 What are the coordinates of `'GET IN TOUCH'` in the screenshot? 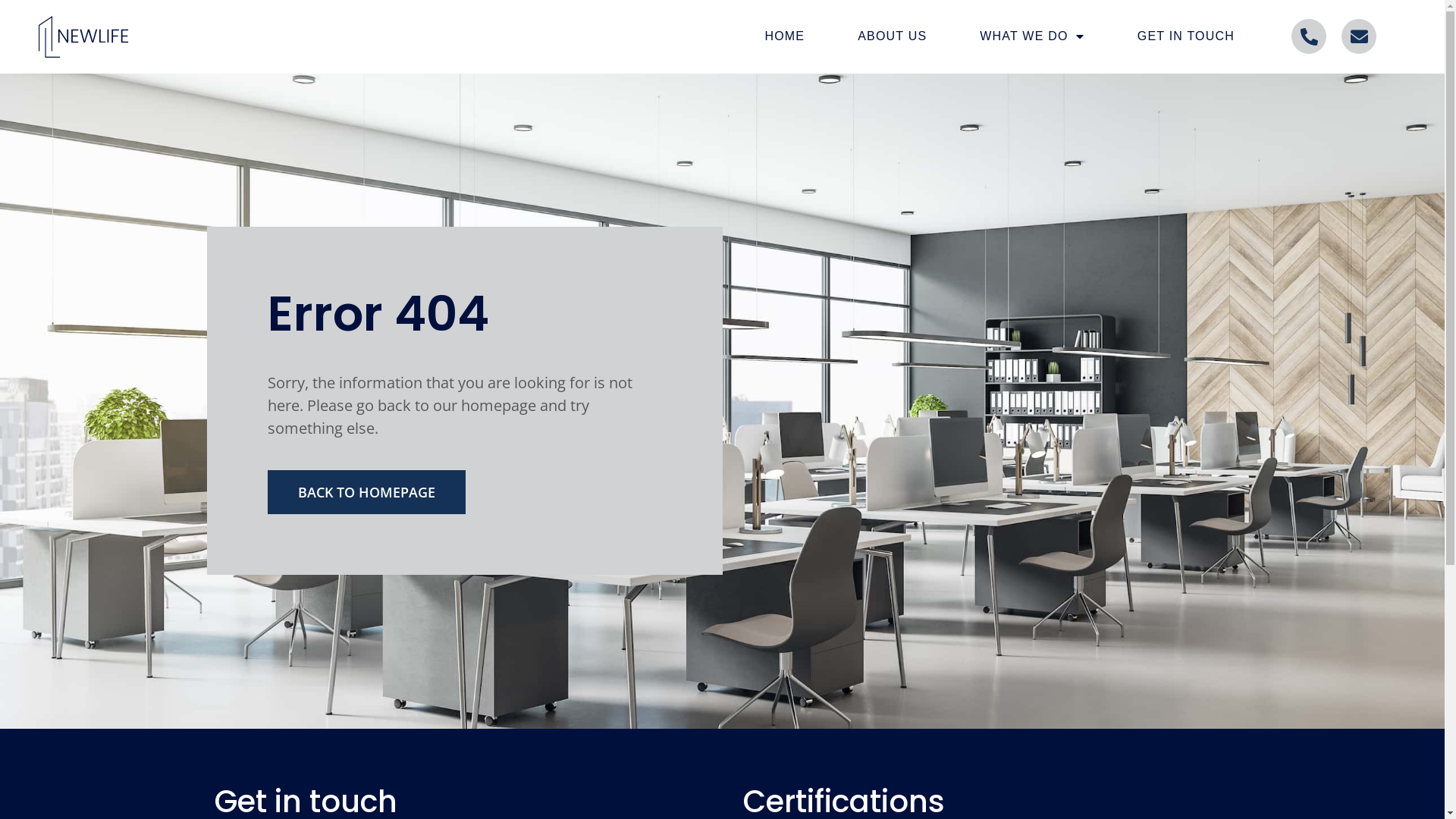 It's located at (1185, 35).